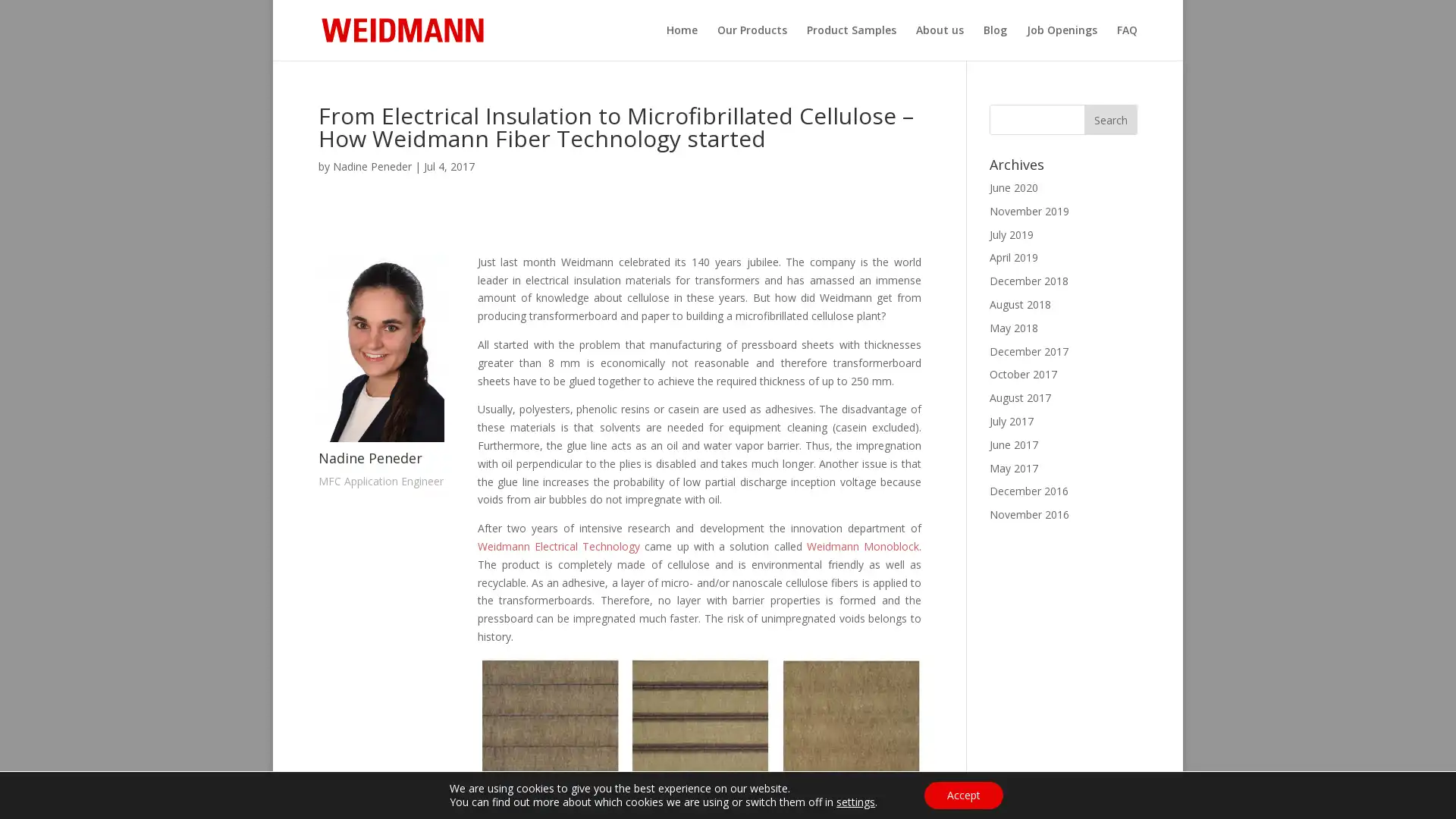 This screenshot has width=1456, height=819. What do you see at coordinates (1110, 119) in the screenshot?
I see `Search` at bounding box center [1110, 119].